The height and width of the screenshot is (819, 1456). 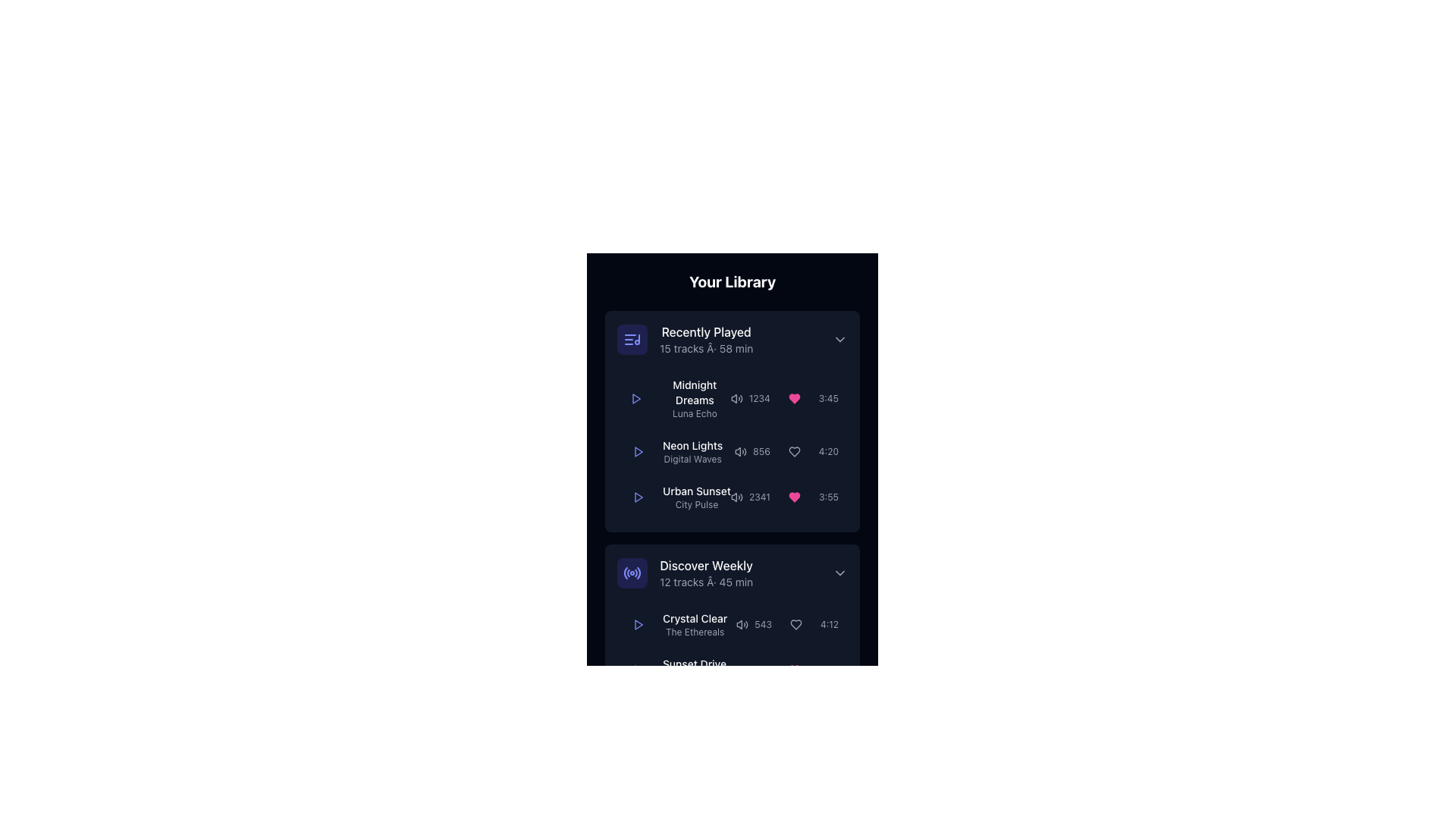 I want to click on the text label '1234' that indicates the number of plays for the audio item 'Midnight Dreams', which is positioned adjacent to the volume icon in the 'Recently Played' list, so click(x=750, y=397).